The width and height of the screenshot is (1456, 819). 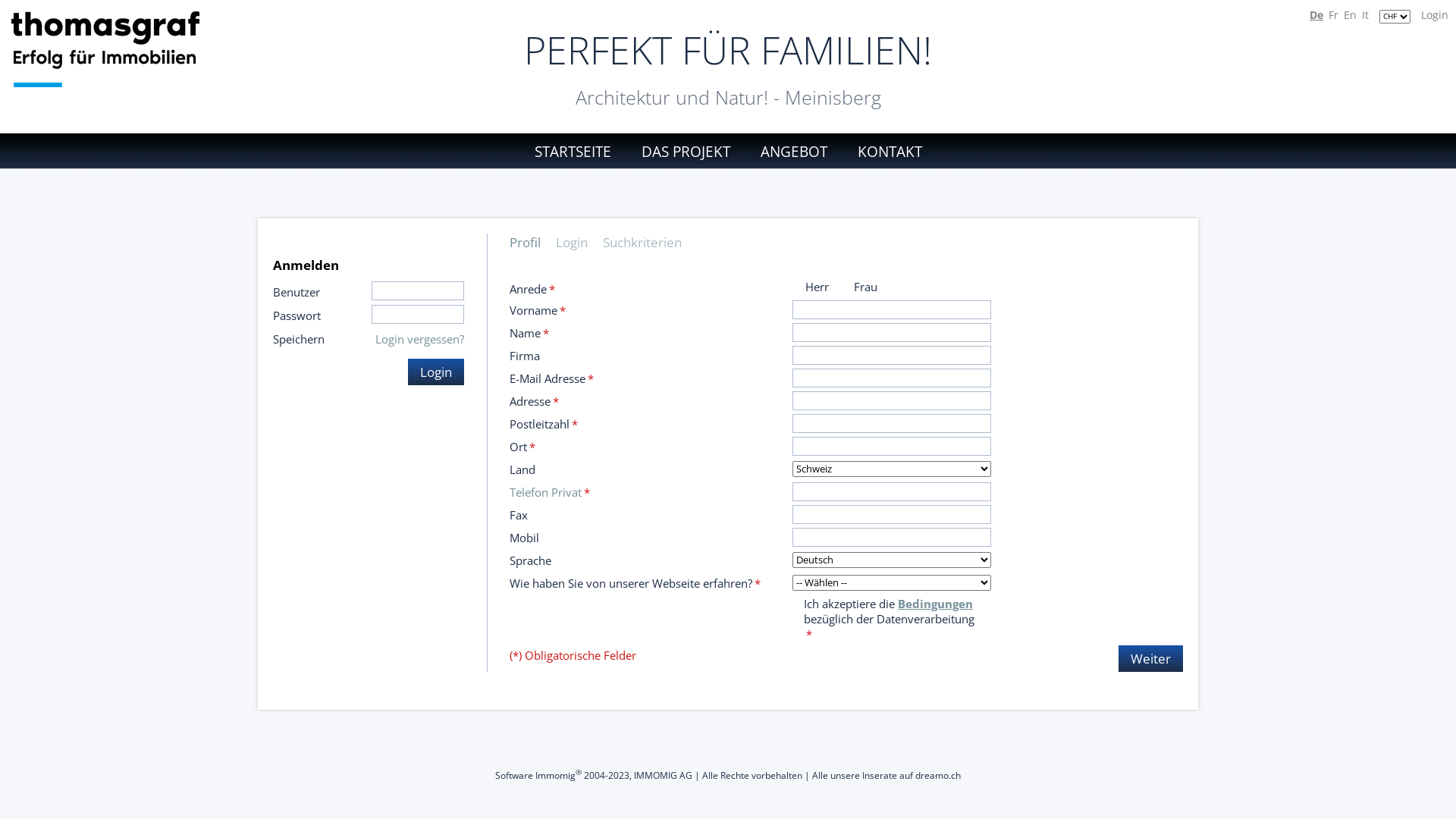 What do you see at coordinates (883, 151) in the screenshot?
I see `'KONTAKT'` at bounding box center [883, 151].